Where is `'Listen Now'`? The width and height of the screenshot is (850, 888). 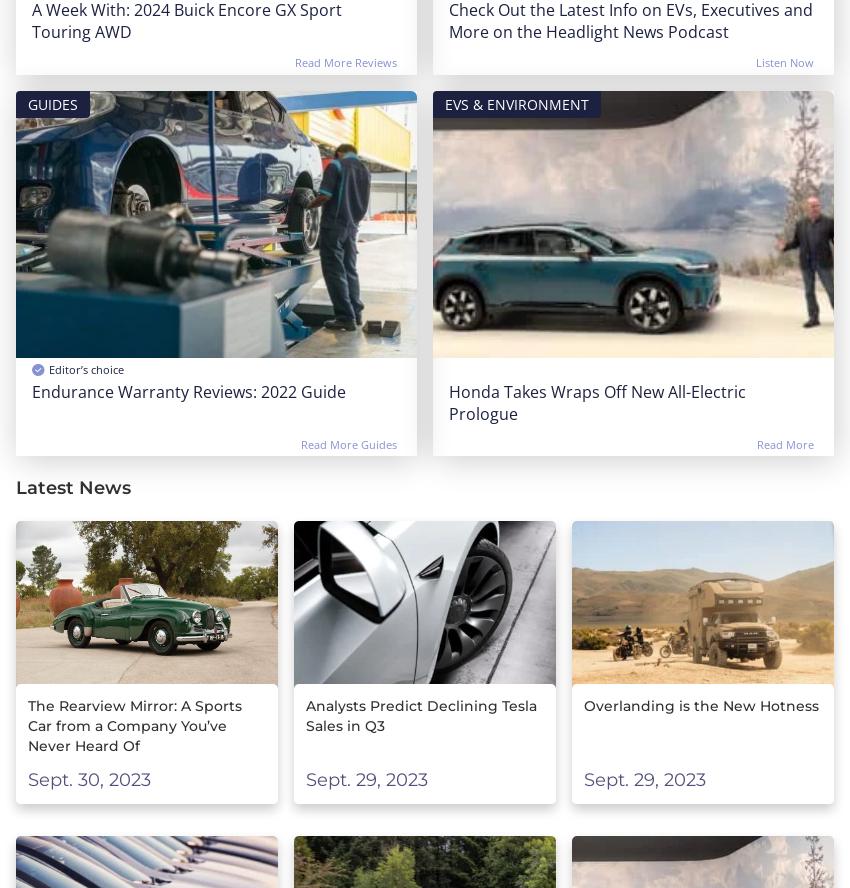
'Listen Now' is located at coordinates (783, 61).